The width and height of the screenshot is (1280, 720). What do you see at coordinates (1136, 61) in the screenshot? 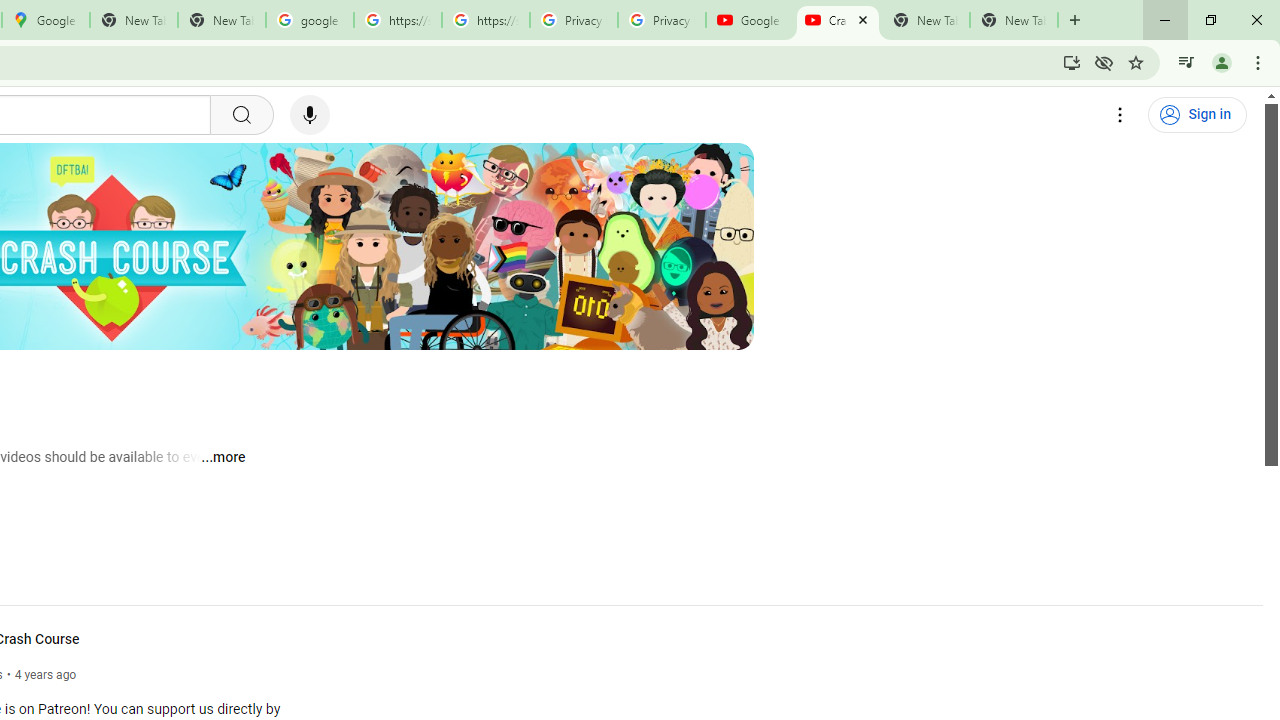
I see `'Bookmark this tab'` at bounding box center [1136, 61].